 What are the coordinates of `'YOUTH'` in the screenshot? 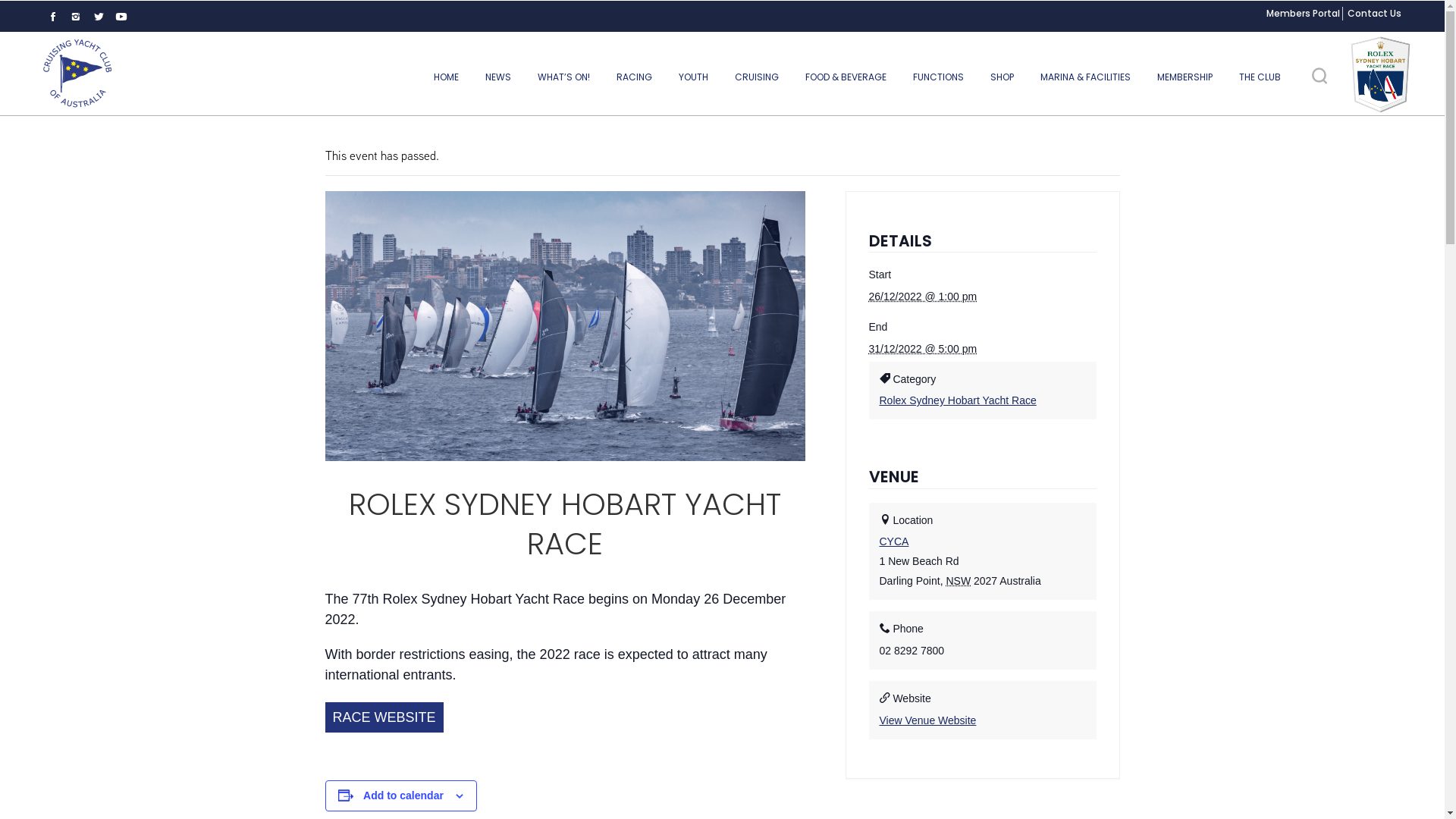 It's located at (692, 77).